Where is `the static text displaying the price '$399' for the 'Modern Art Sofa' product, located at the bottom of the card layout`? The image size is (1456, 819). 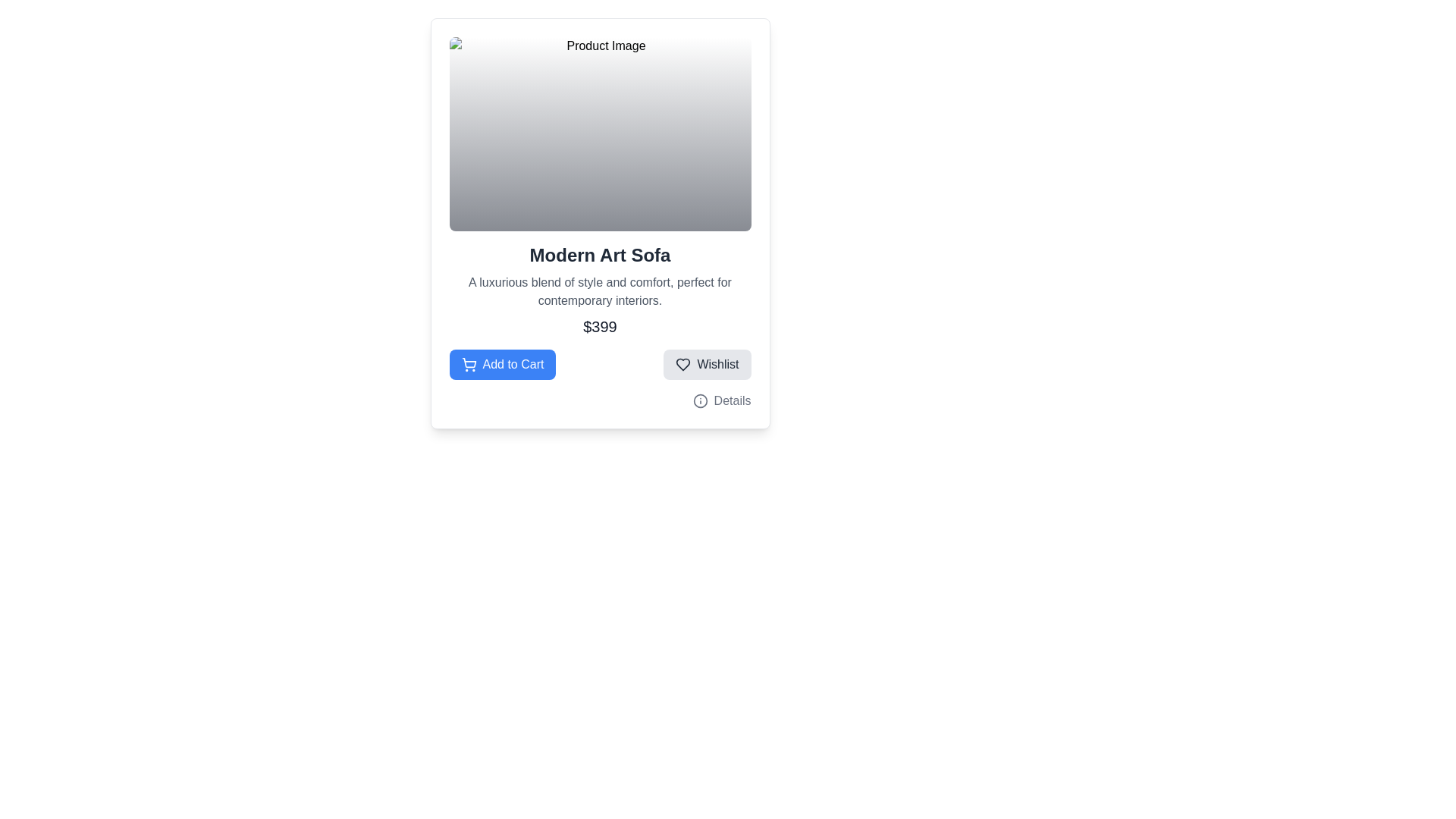 the static text displaying the price '$399' for the 'Modern Art Sofa' product, located at the bottom of the card layout is located at coordinates (599, 326).